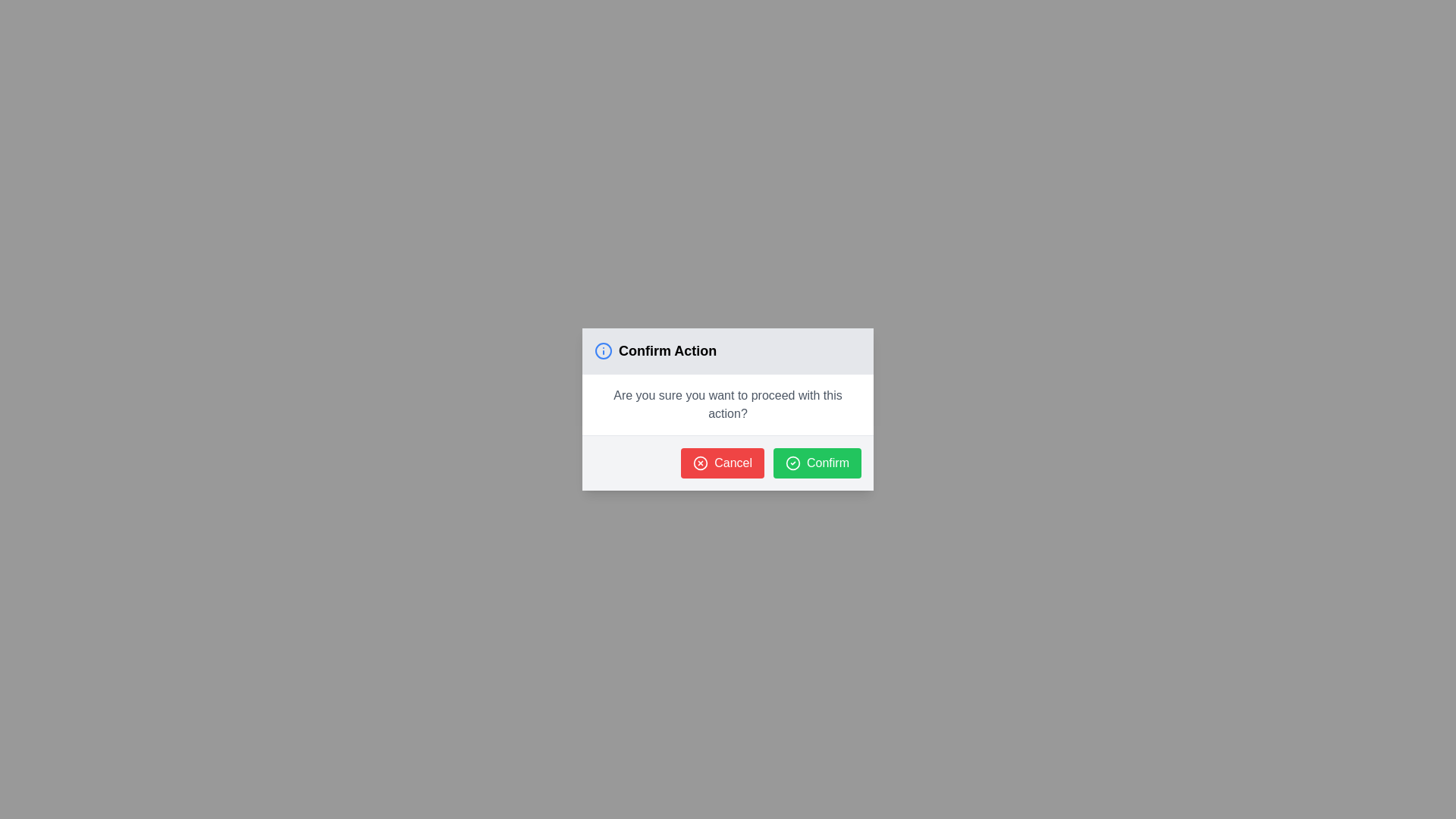 The width and height of the screenshot is (1456, 819). What do you see at coordinates (728, 403) in the screenshot?
I see `centered text message in gray color located below the header 'Confirm Action' in the modal dialog` at bounding box center [728, 403].